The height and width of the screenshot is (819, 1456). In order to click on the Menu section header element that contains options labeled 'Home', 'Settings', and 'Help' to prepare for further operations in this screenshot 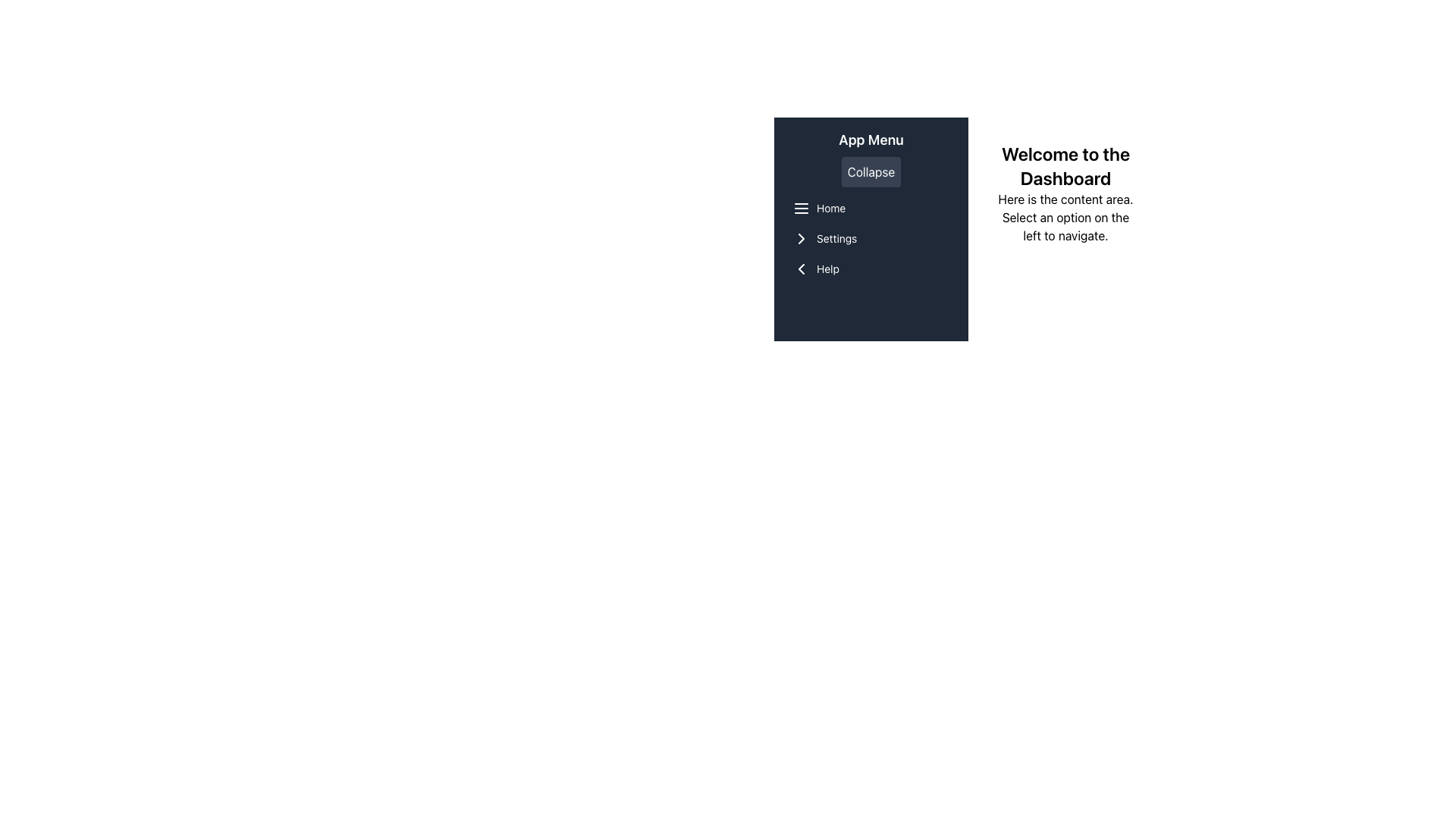, I will do `click(871, 239)`.